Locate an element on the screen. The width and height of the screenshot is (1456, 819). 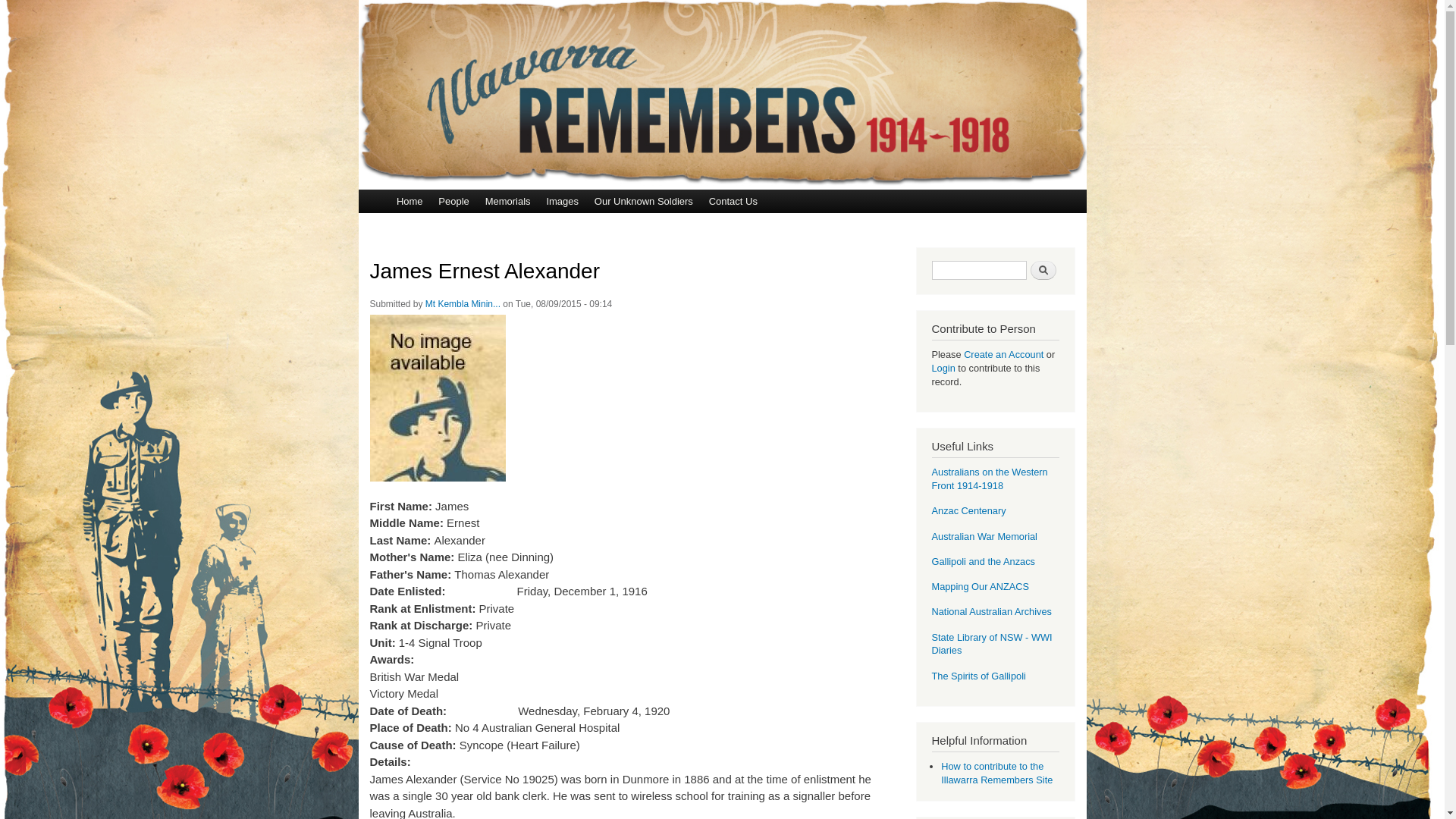
'National Australian Archives' is located at coordinates (990, 610).